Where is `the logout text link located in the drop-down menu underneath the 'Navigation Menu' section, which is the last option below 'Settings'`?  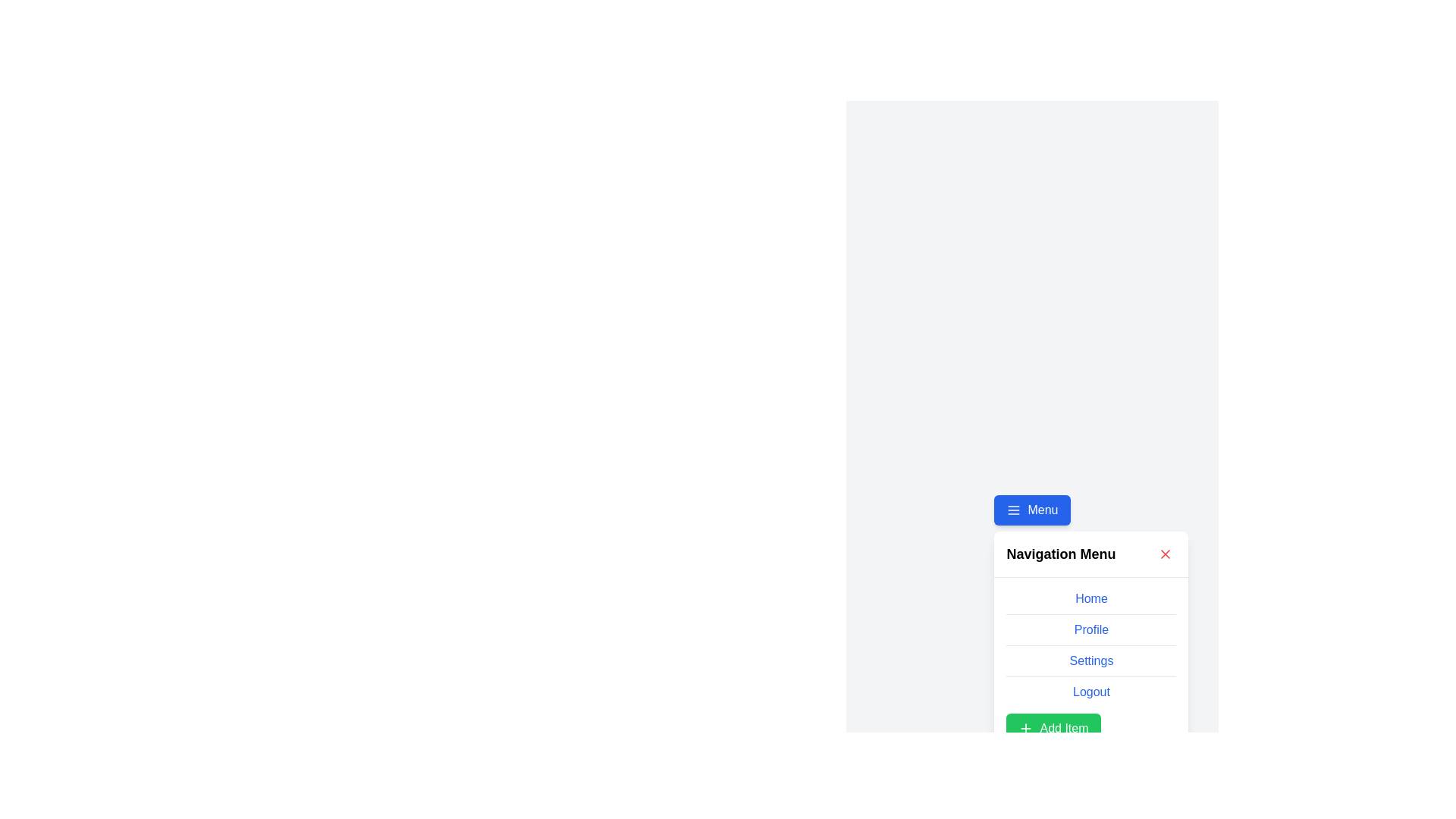
the logout text link located in the drop-down menu underneath the 'Navigation Menu' section, which is the last option below 'Settings' is located at coordinates (1090, 692).